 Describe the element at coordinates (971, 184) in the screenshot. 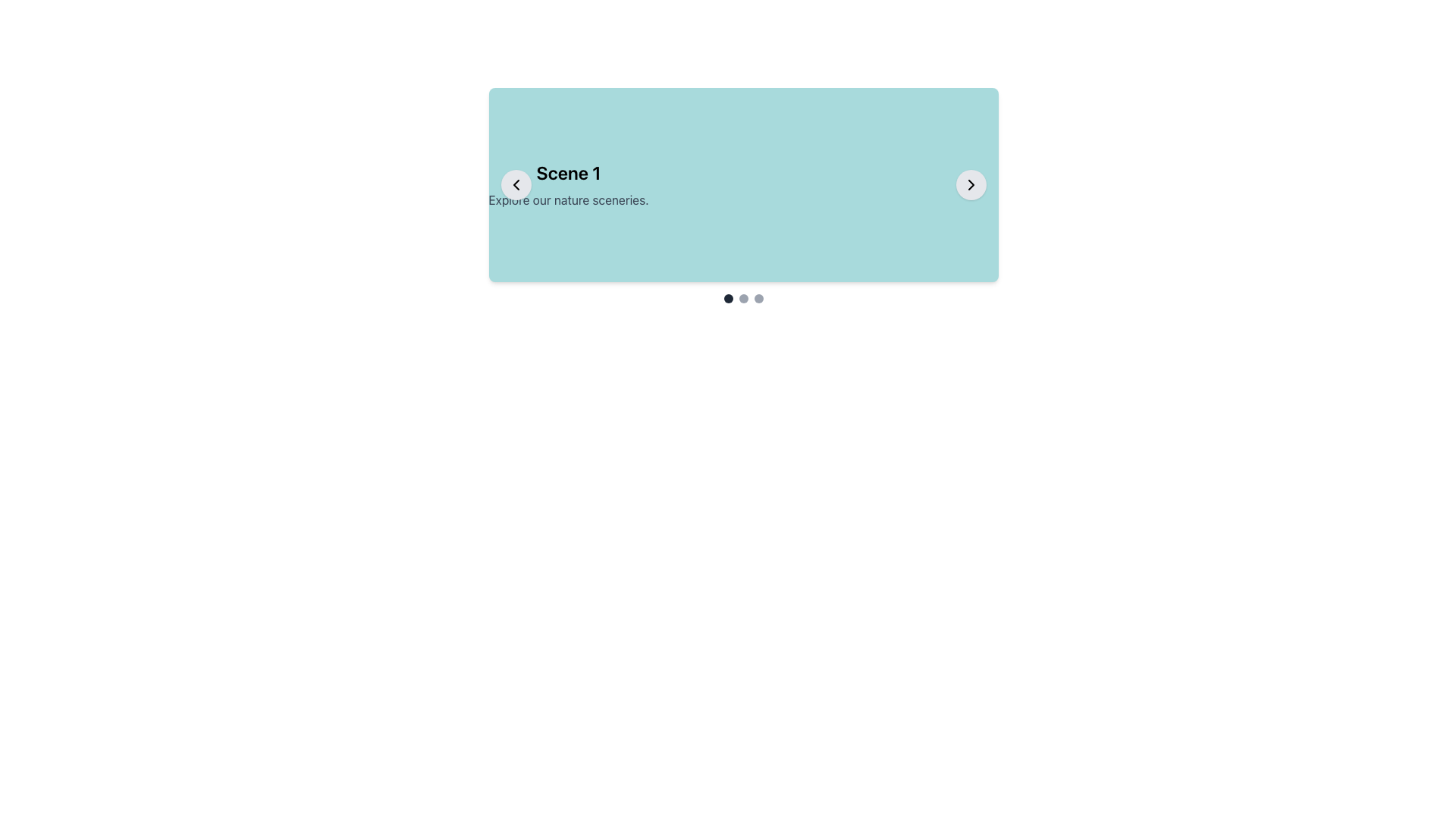

I see `the rightward chevron icon within the rounded button located at the far right of the blue card component` at that location.